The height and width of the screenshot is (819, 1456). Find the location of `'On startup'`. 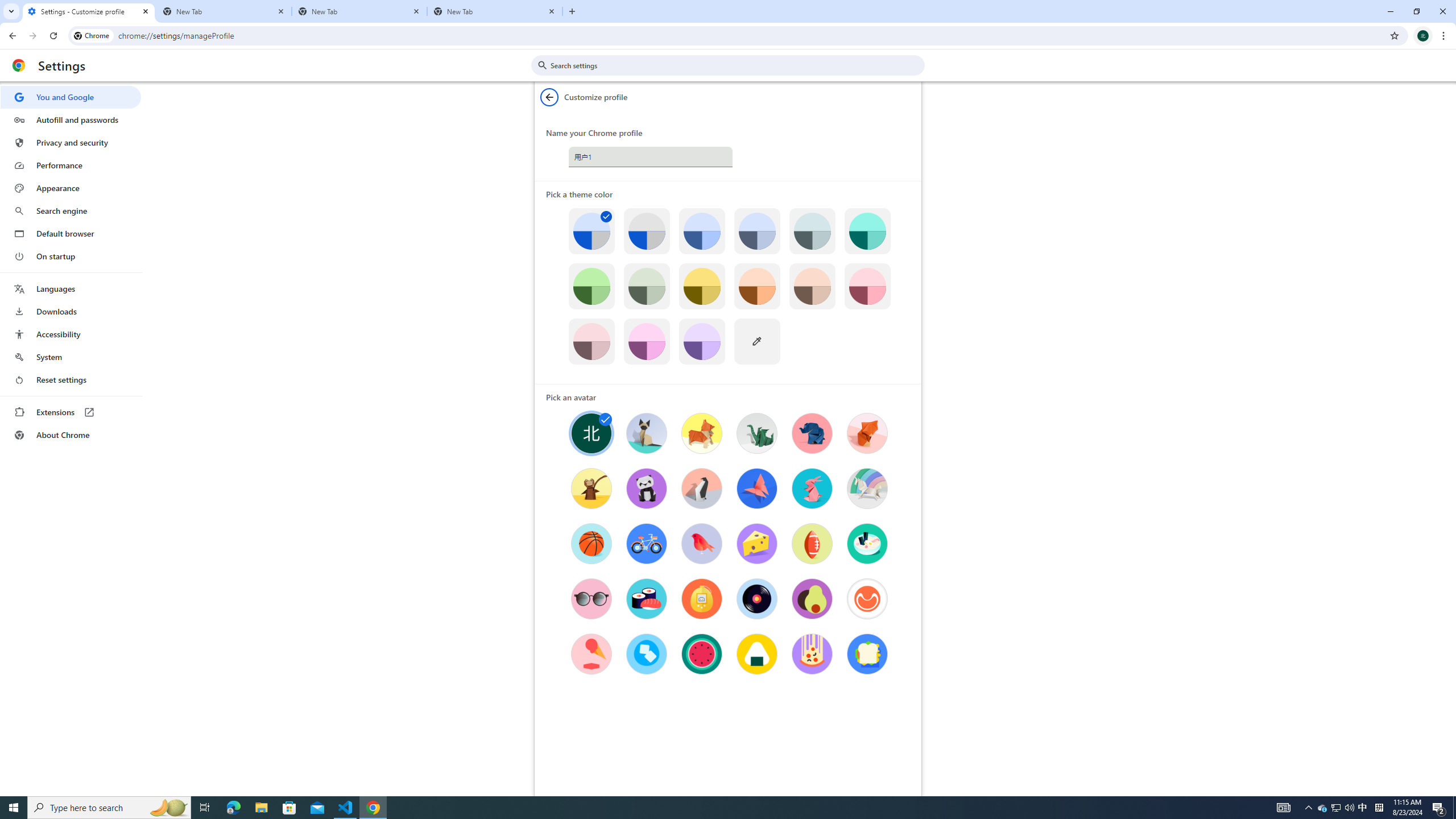

'On startup' is located at coordinates (70, 255).